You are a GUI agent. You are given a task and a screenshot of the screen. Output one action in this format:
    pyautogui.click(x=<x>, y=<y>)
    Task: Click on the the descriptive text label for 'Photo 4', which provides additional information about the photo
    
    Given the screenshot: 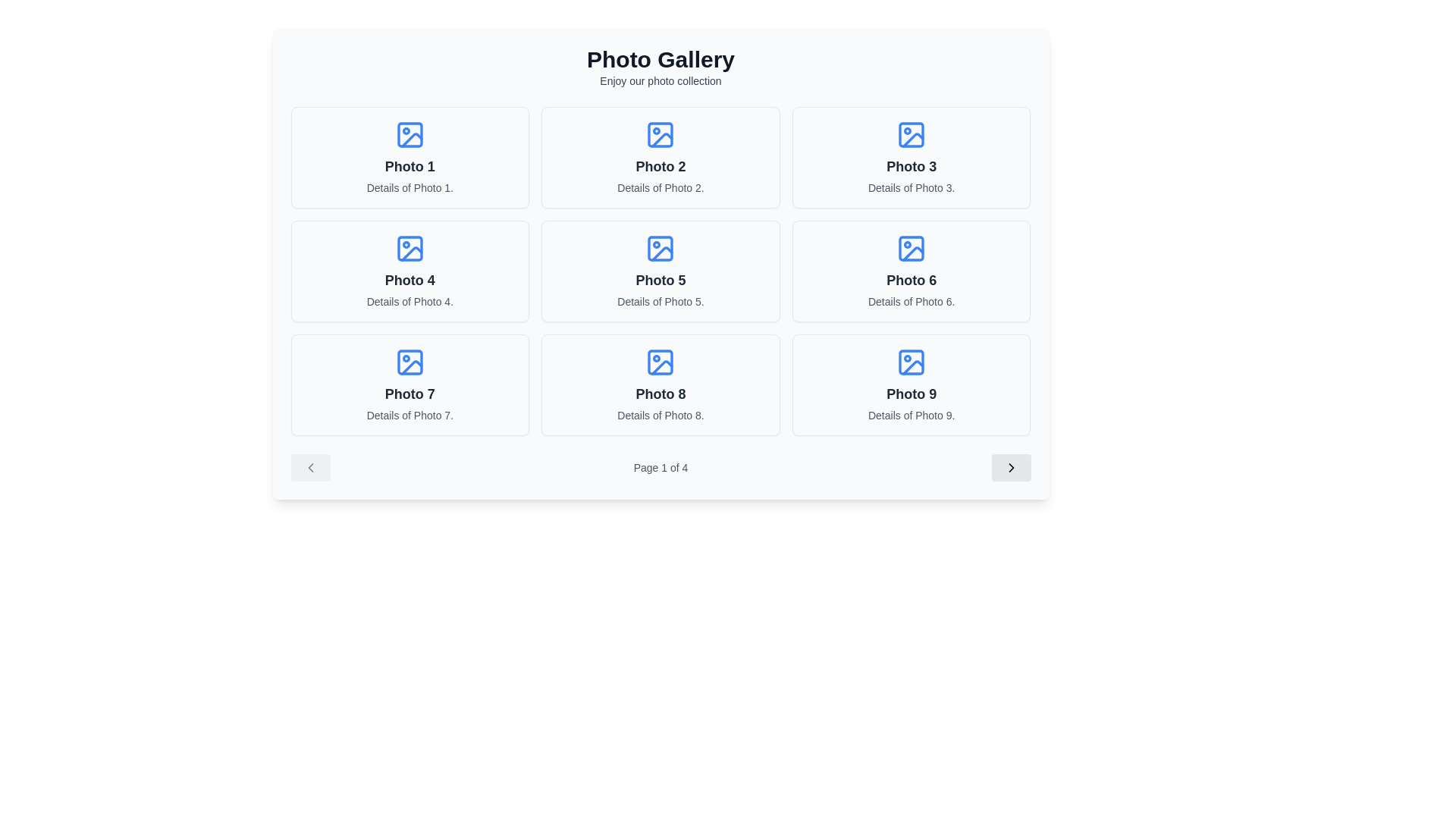 What is the action you would take?
    pyautogui.click(x=409, y=301)
    